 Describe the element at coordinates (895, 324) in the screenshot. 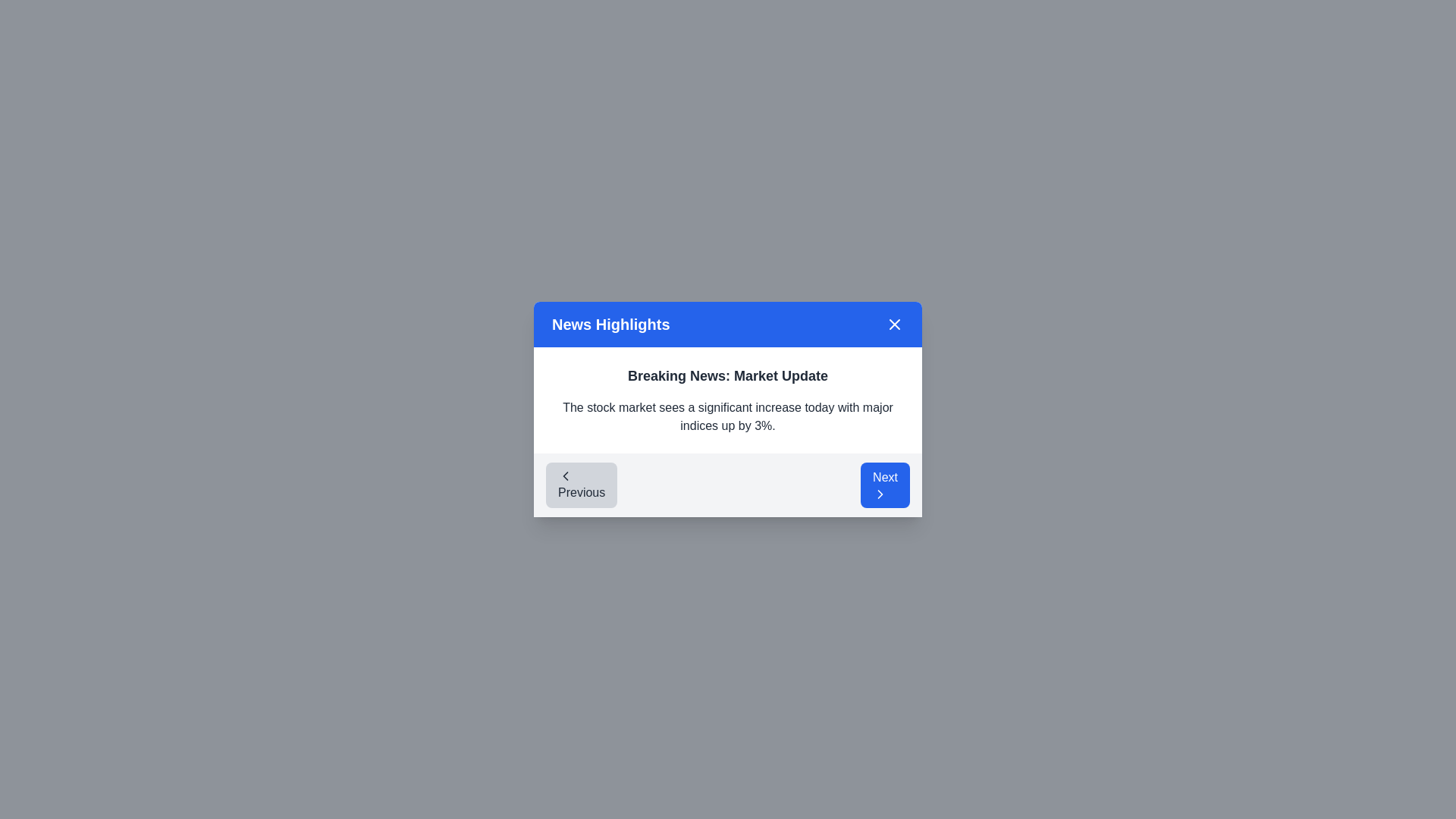

I see `the close button represented by a white 'X' symbol within a blue circular background located at the top-right corner of the 'News Highlights' header` at that location.